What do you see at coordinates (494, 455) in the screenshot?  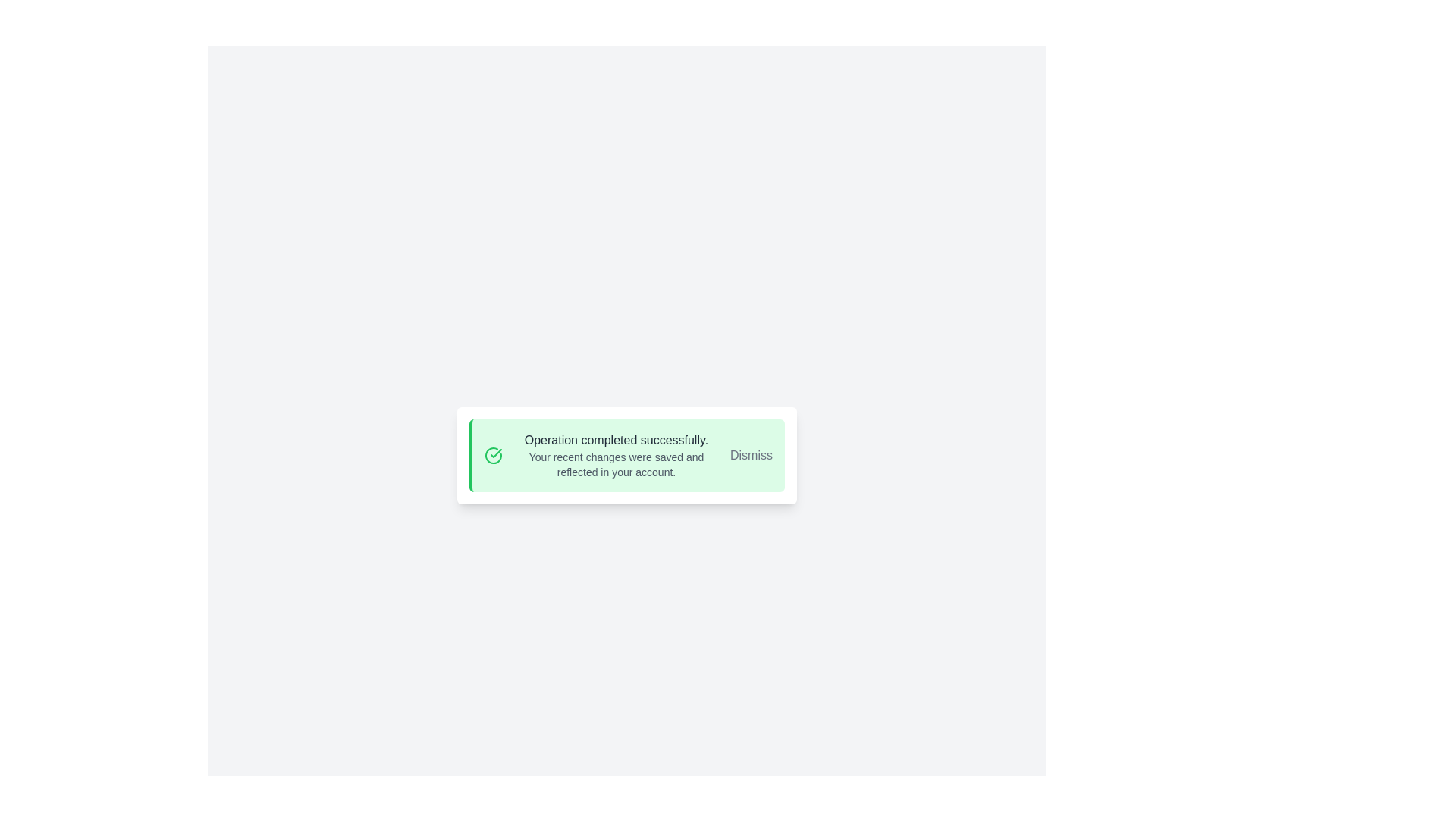 I see `the success confirmation icon located at the leftmost part of the notification box, adjacent to the notification message text` at bounding box center [494, 455].